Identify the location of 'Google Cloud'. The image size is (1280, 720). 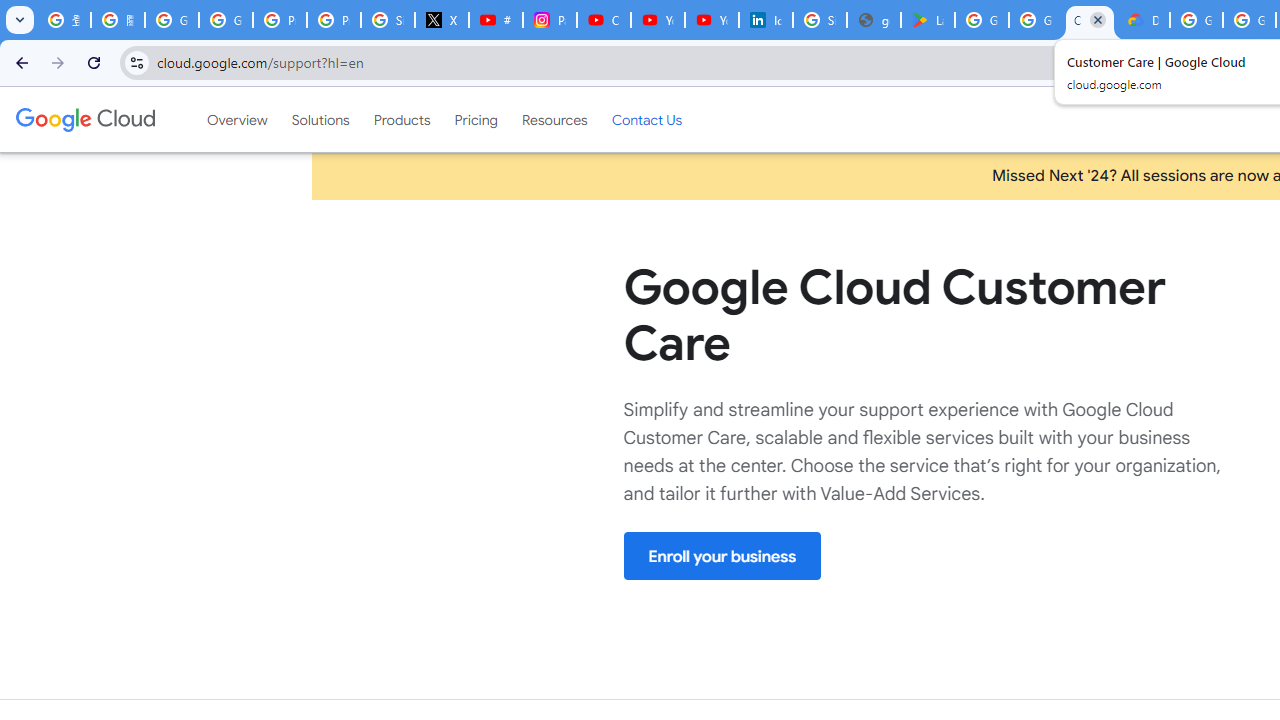
(84, 119).